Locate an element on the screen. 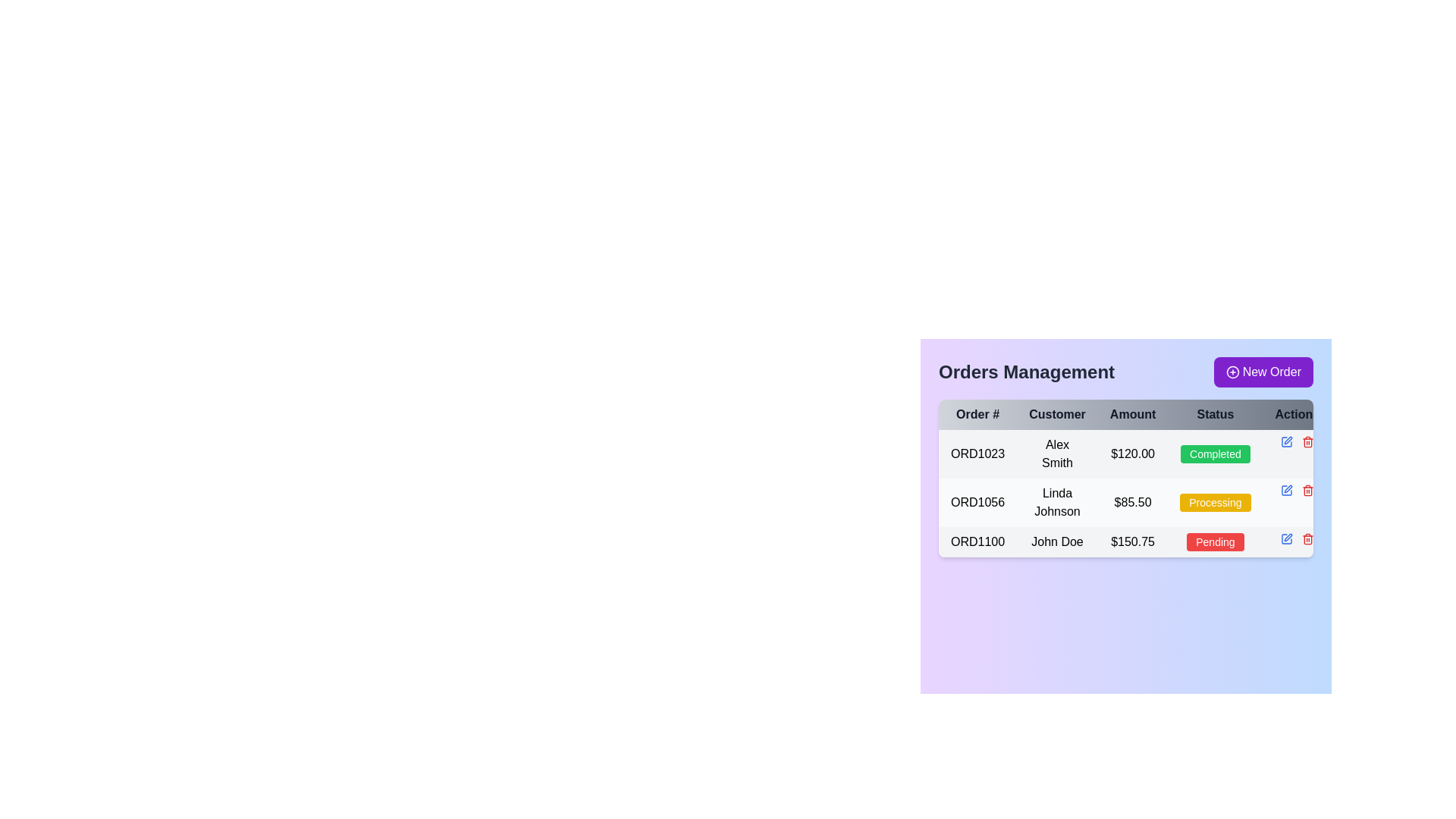  the 'New Order' button with a purple background and white text located on the right side of the 'Orders Management' bar to change its background color to a darker purple is located at coordinates (1263, 372).